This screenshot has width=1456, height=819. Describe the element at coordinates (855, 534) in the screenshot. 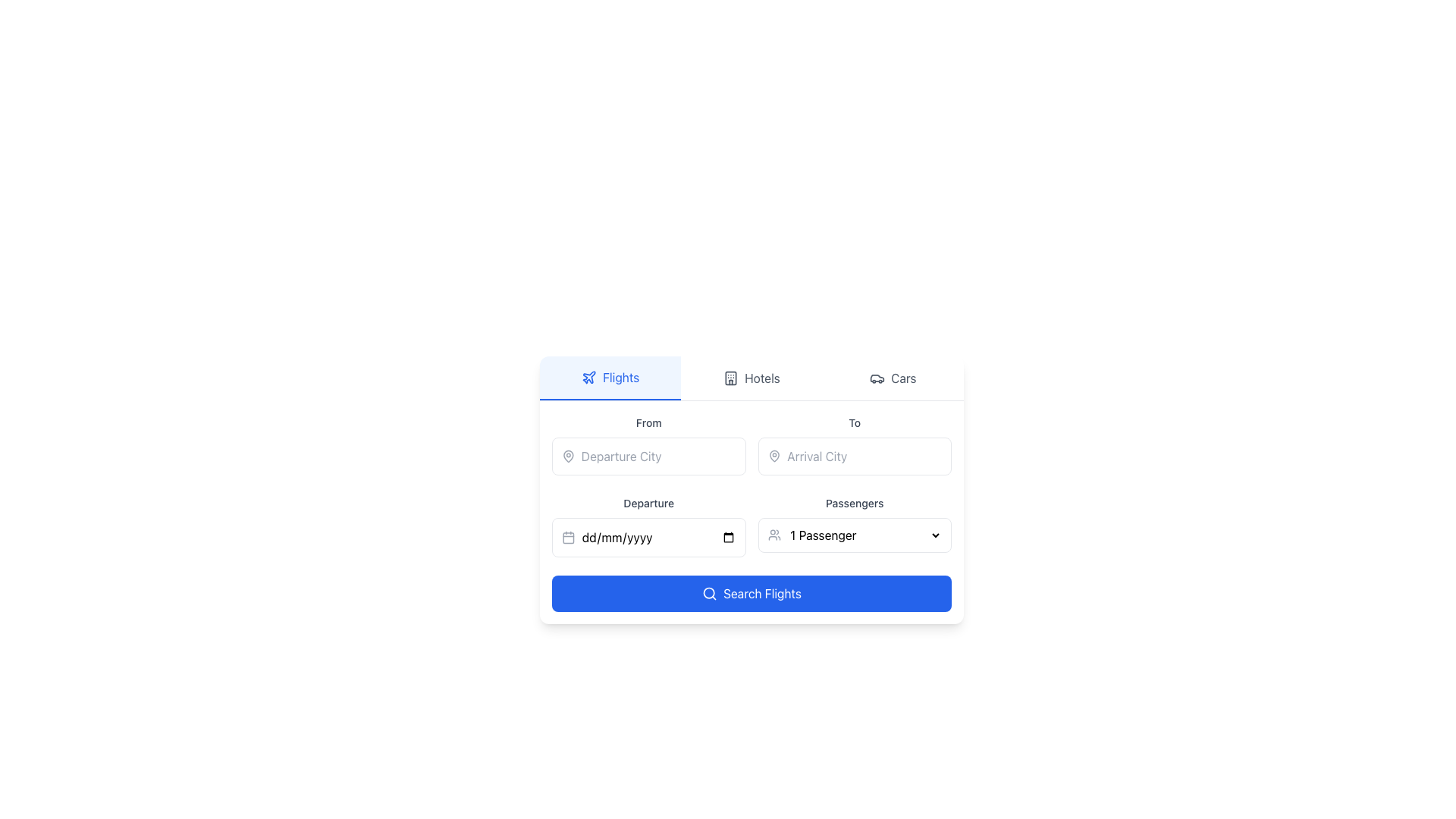

I see `the dropdown selector for the number of passengers located under the 'Passengers' section, directly below the label 'Passengers', to enable accessibility navigation` at that location.